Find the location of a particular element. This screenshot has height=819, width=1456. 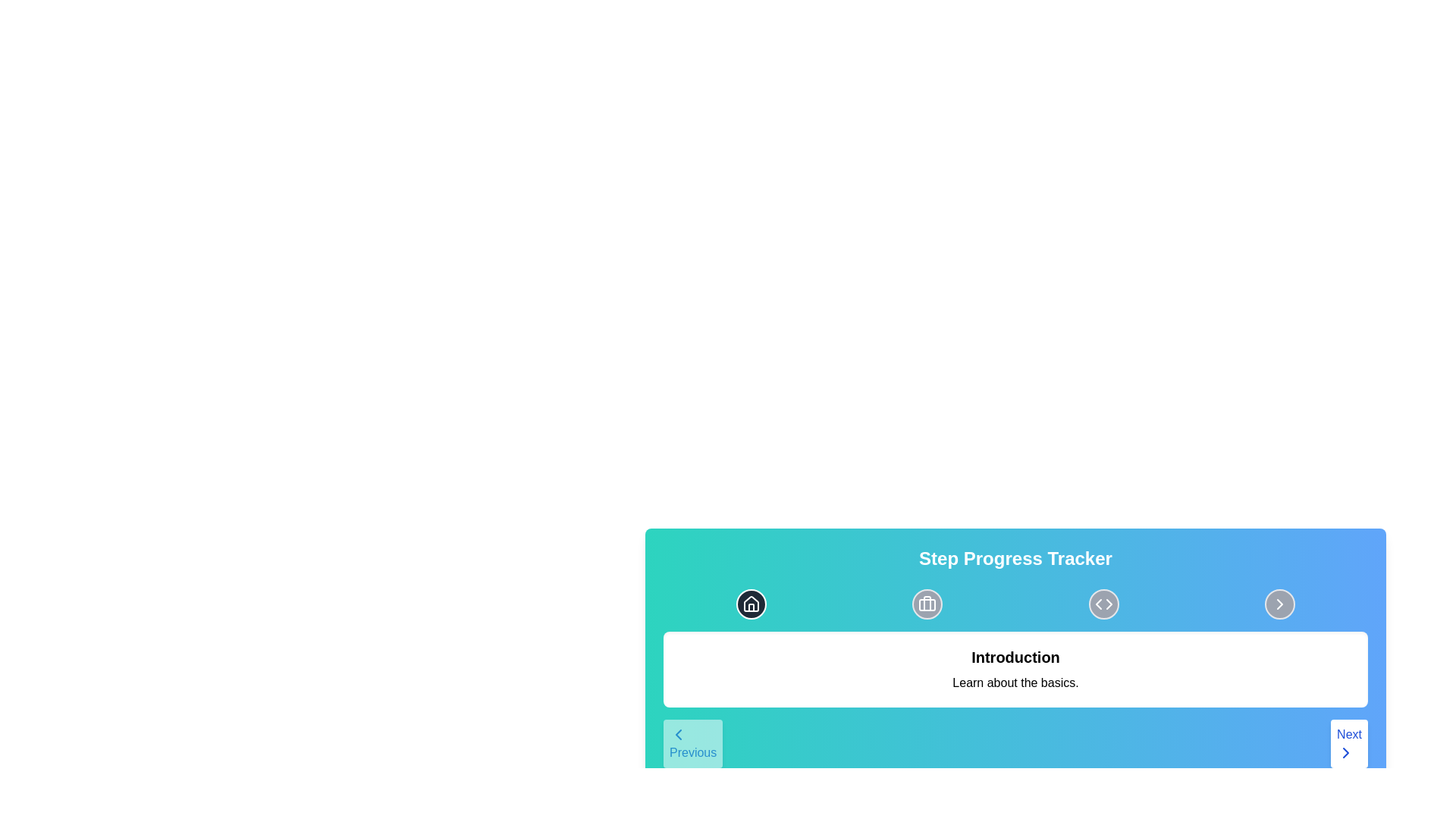

the small outlined house icon is located at coordinates (752, 607).